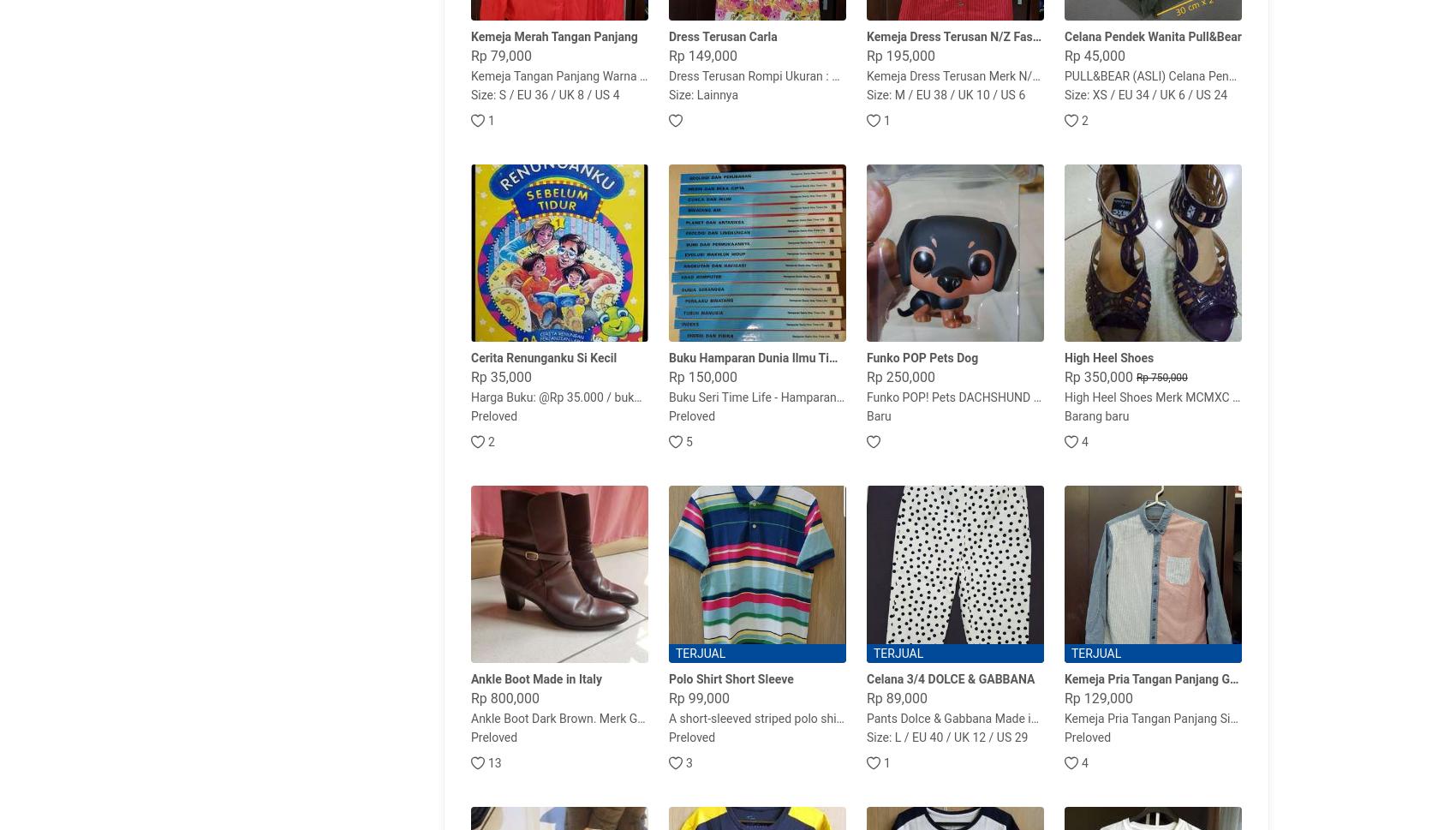  I want to click on 'Funko POP! Pets DACHSHUND #3 Kondisi Baru Only one stock', so click(1031, 397).